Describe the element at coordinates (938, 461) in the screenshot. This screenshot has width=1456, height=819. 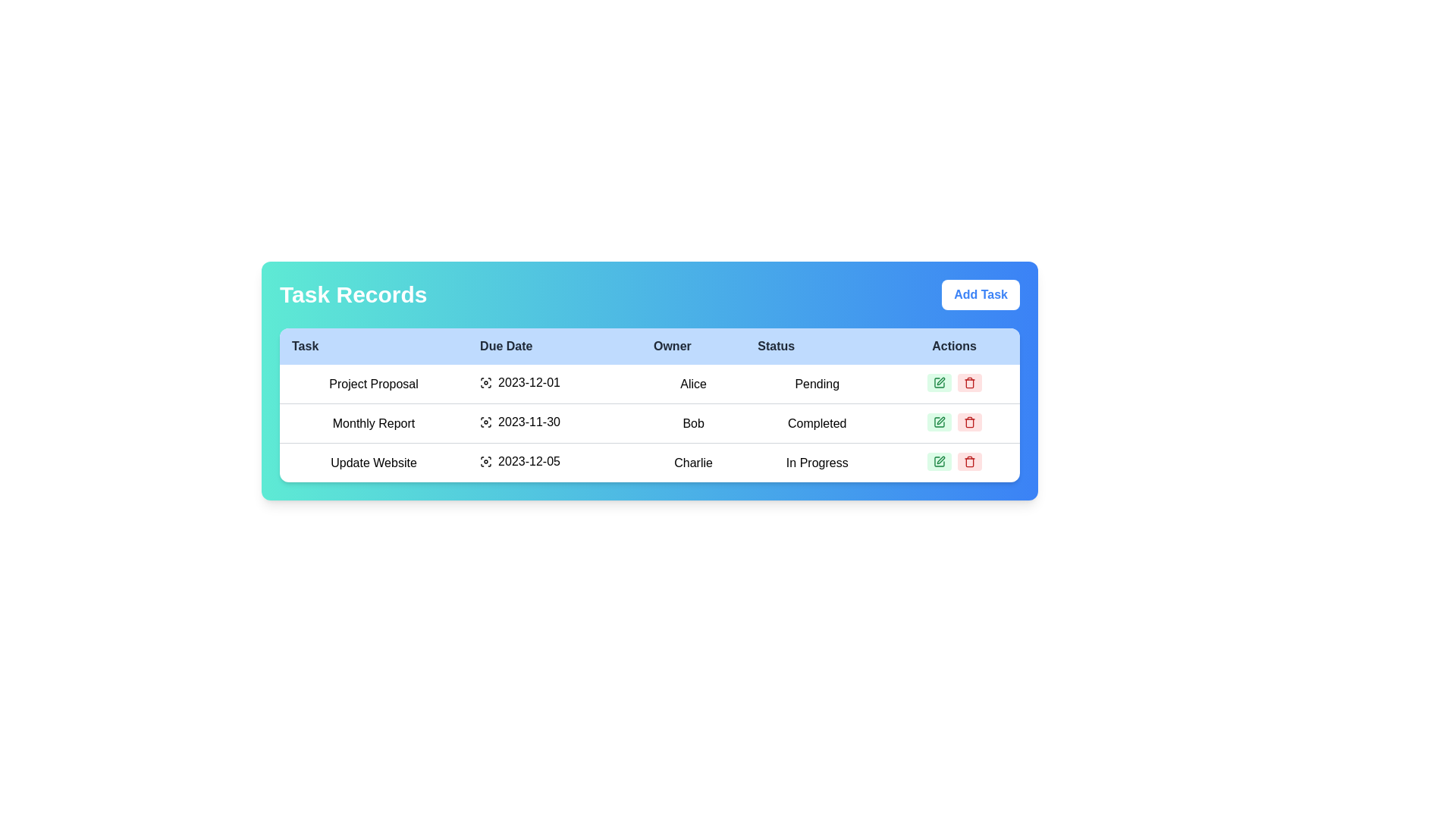
I see `the edit button located in the third row of the table under the 'Actions' column` at that location.